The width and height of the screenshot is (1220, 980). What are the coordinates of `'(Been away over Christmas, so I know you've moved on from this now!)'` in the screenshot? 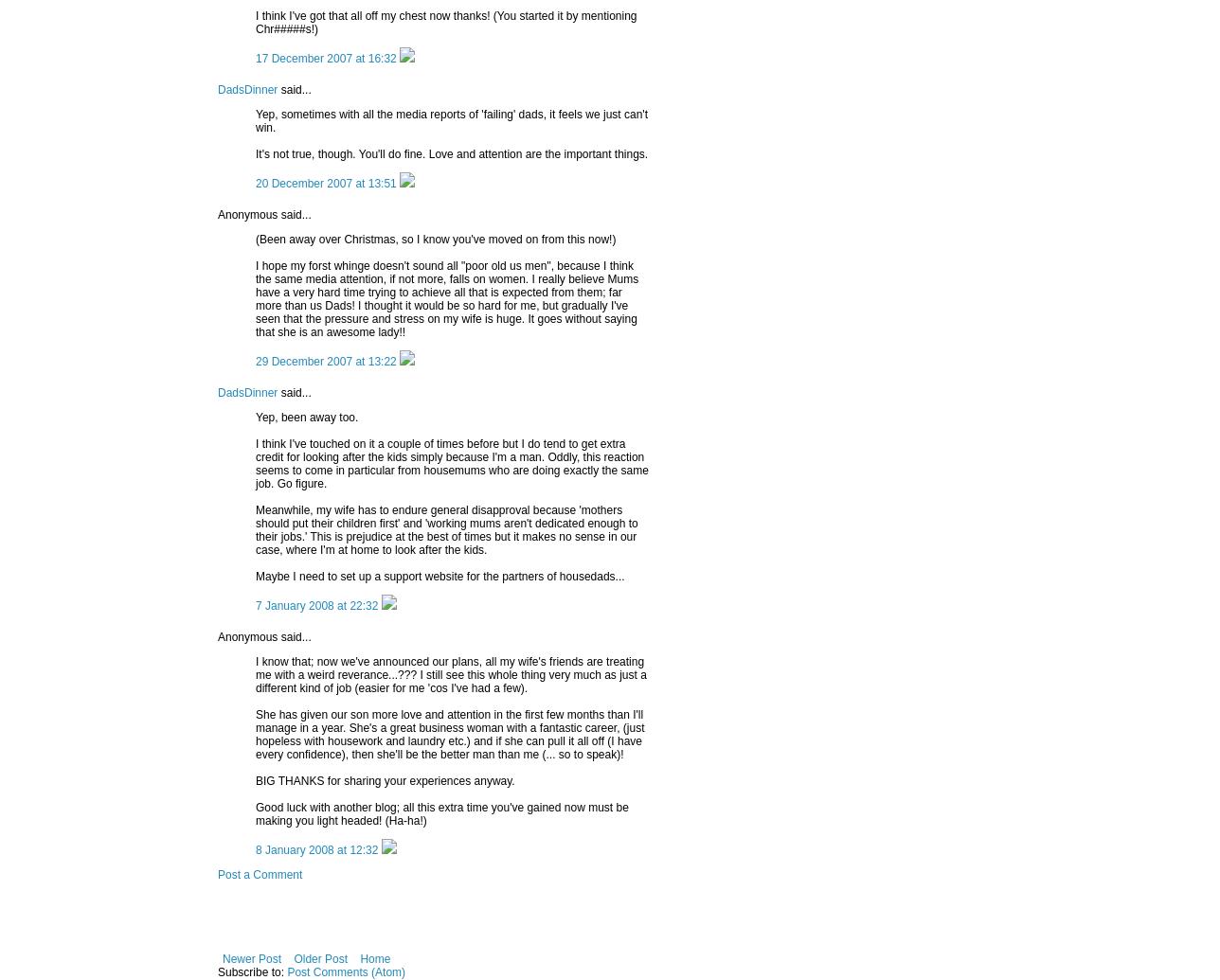 It's located at (435, 239).